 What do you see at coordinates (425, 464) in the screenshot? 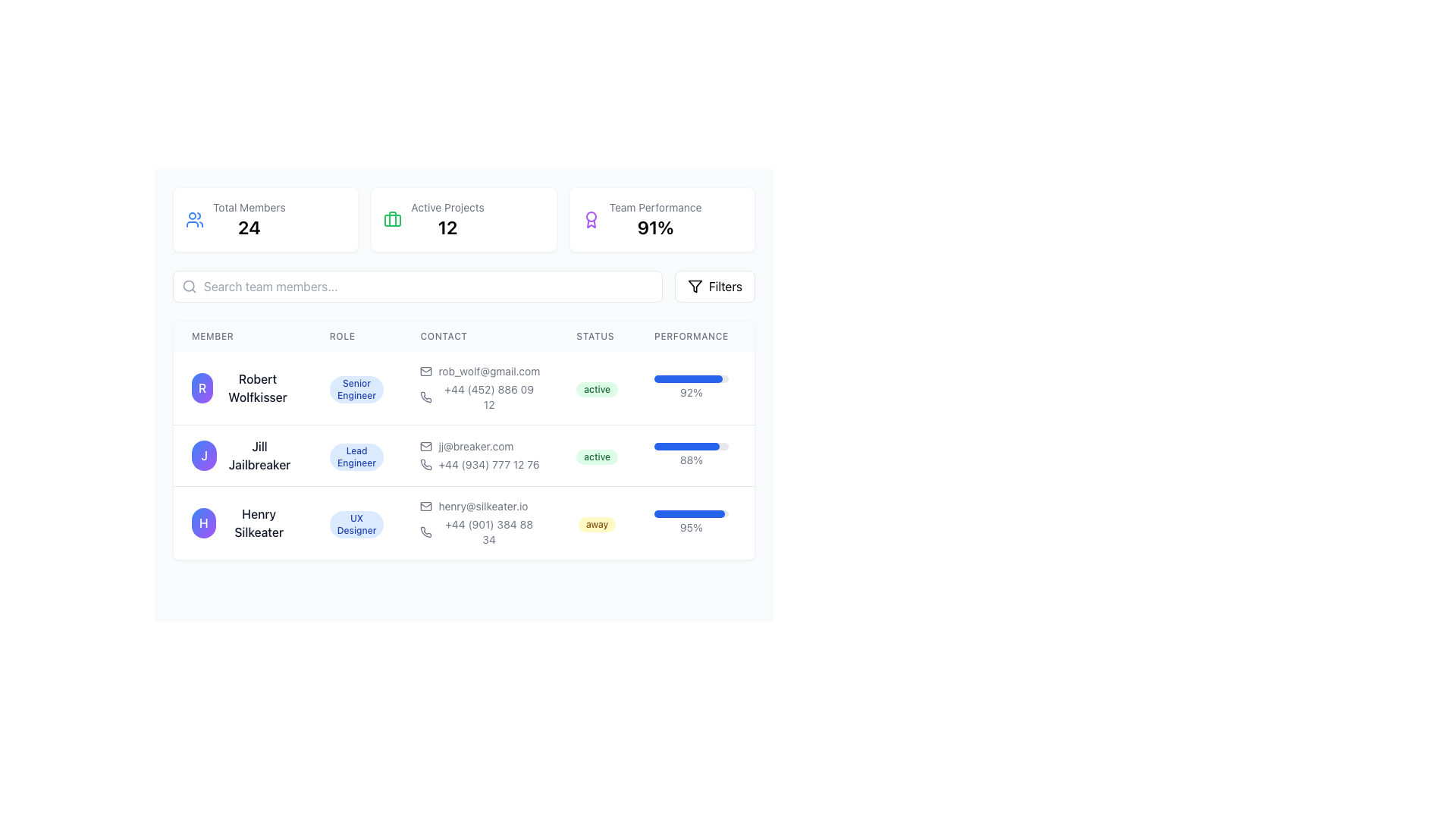
I see `the minimalist gray phone icon located in the 'Contact' column, second row of the table, next to the phone number '+44 (934) 777 12 76'` at bounding box center [425, 464].